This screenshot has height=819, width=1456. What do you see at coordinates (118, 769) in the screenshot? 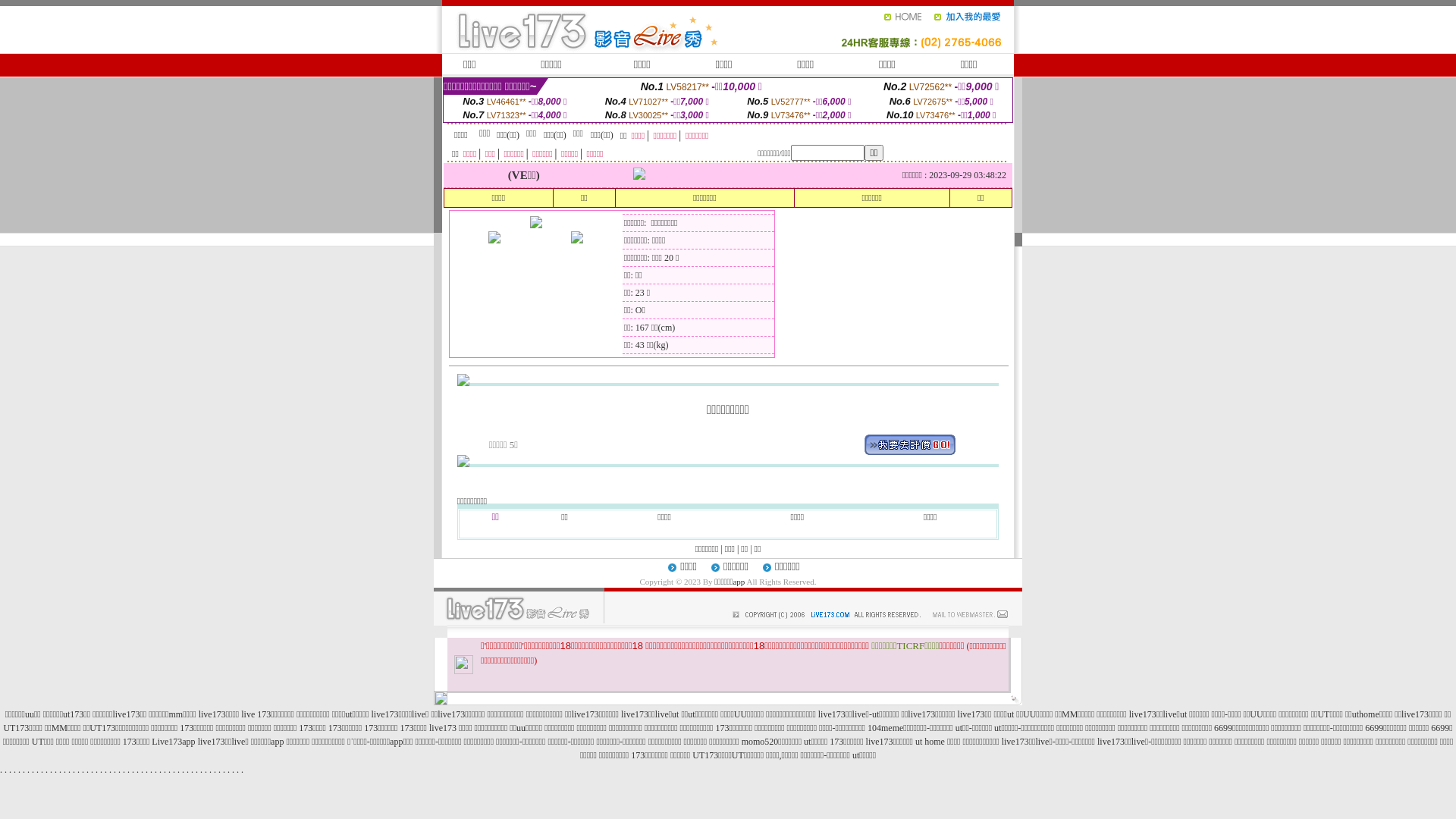
I see `'.'` at bounding box center [118, 769].